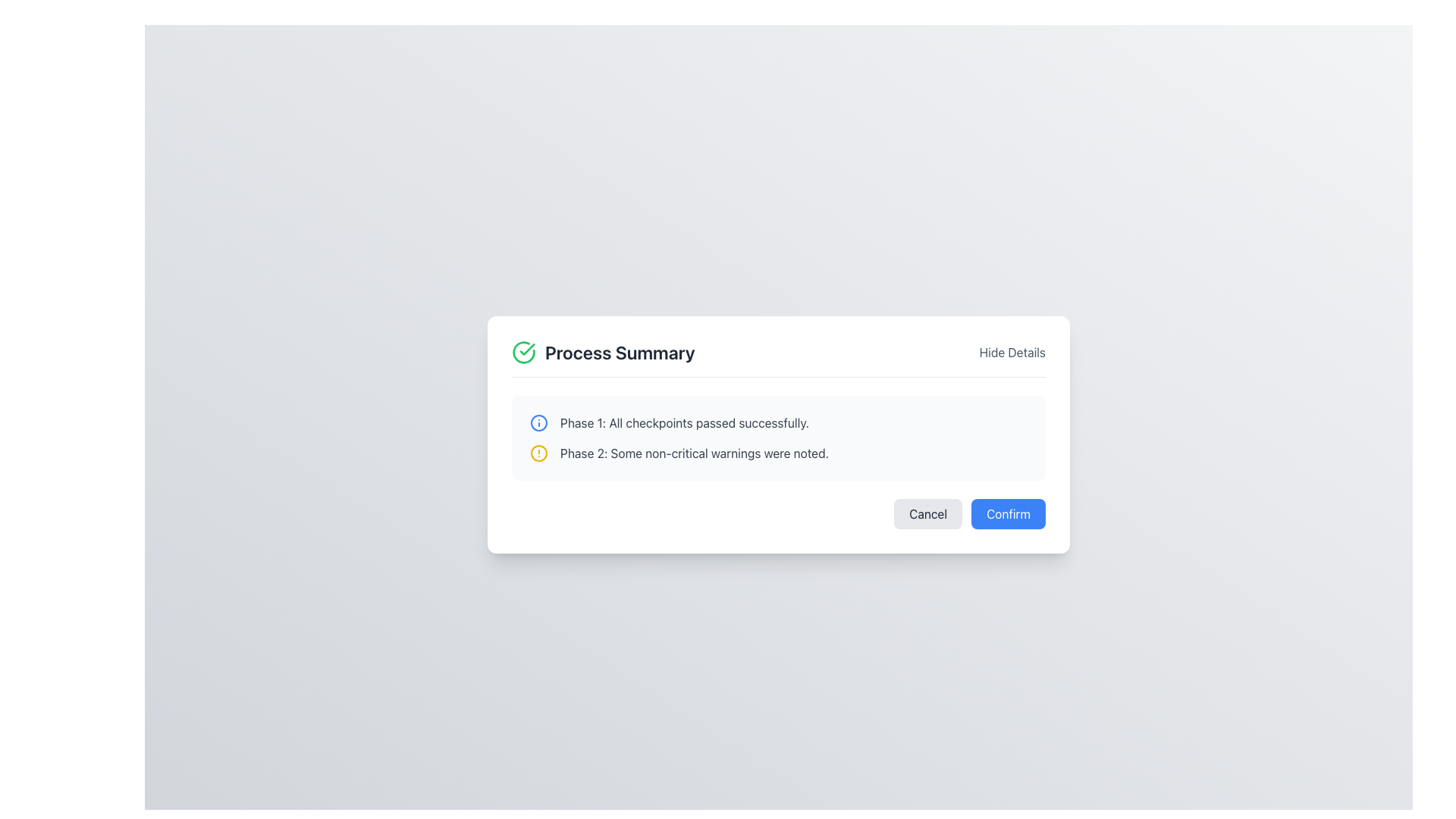  I want to click on the 'Cancel' button, which is a rectangular button with a light gray background and rounded corners, located in the lower-right section of a modal dialogue box, so click(927, 513).